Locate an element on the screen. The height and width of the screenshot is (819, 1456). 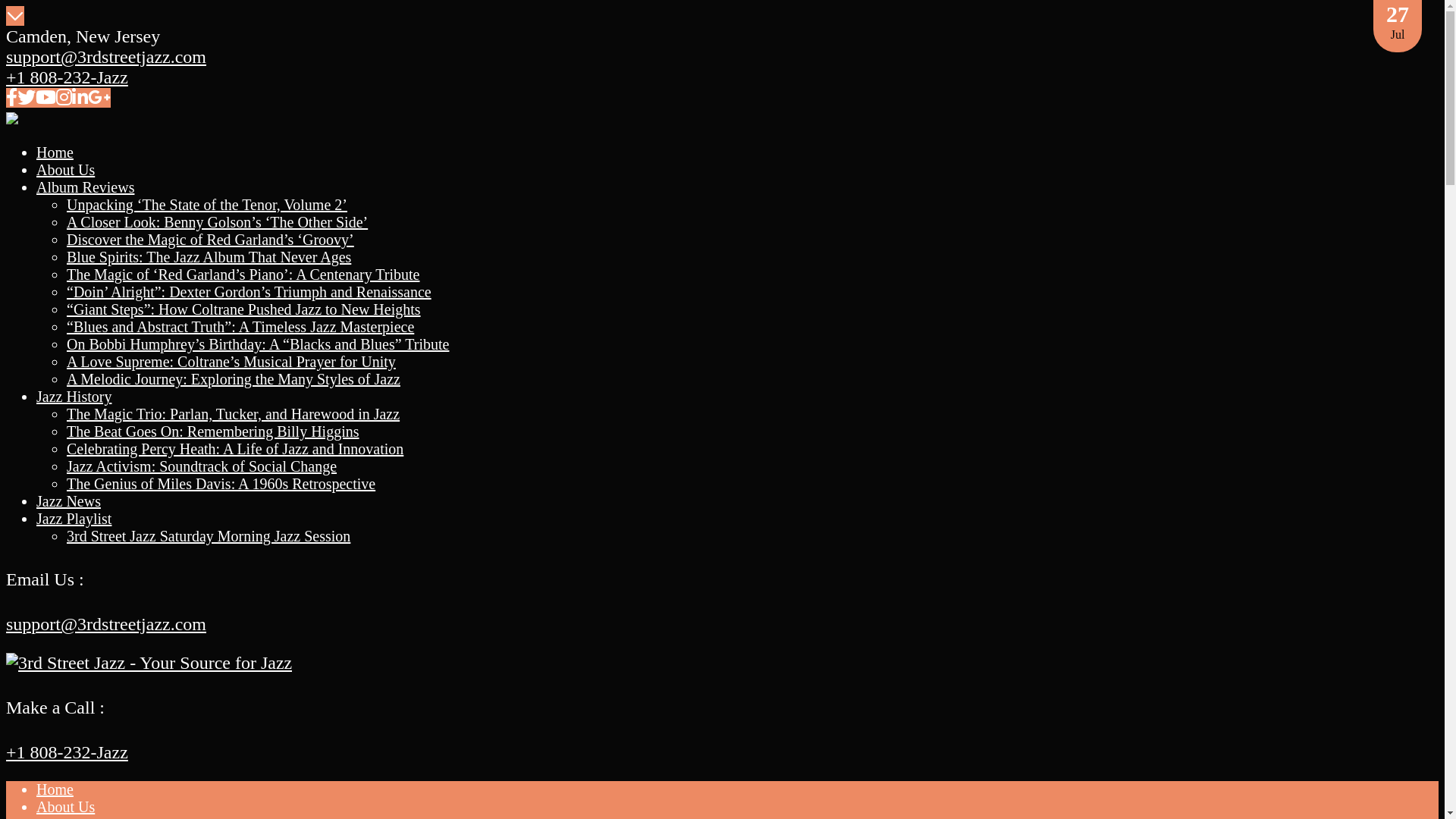
'linkedin-in' is located at coordinates (71, 97).